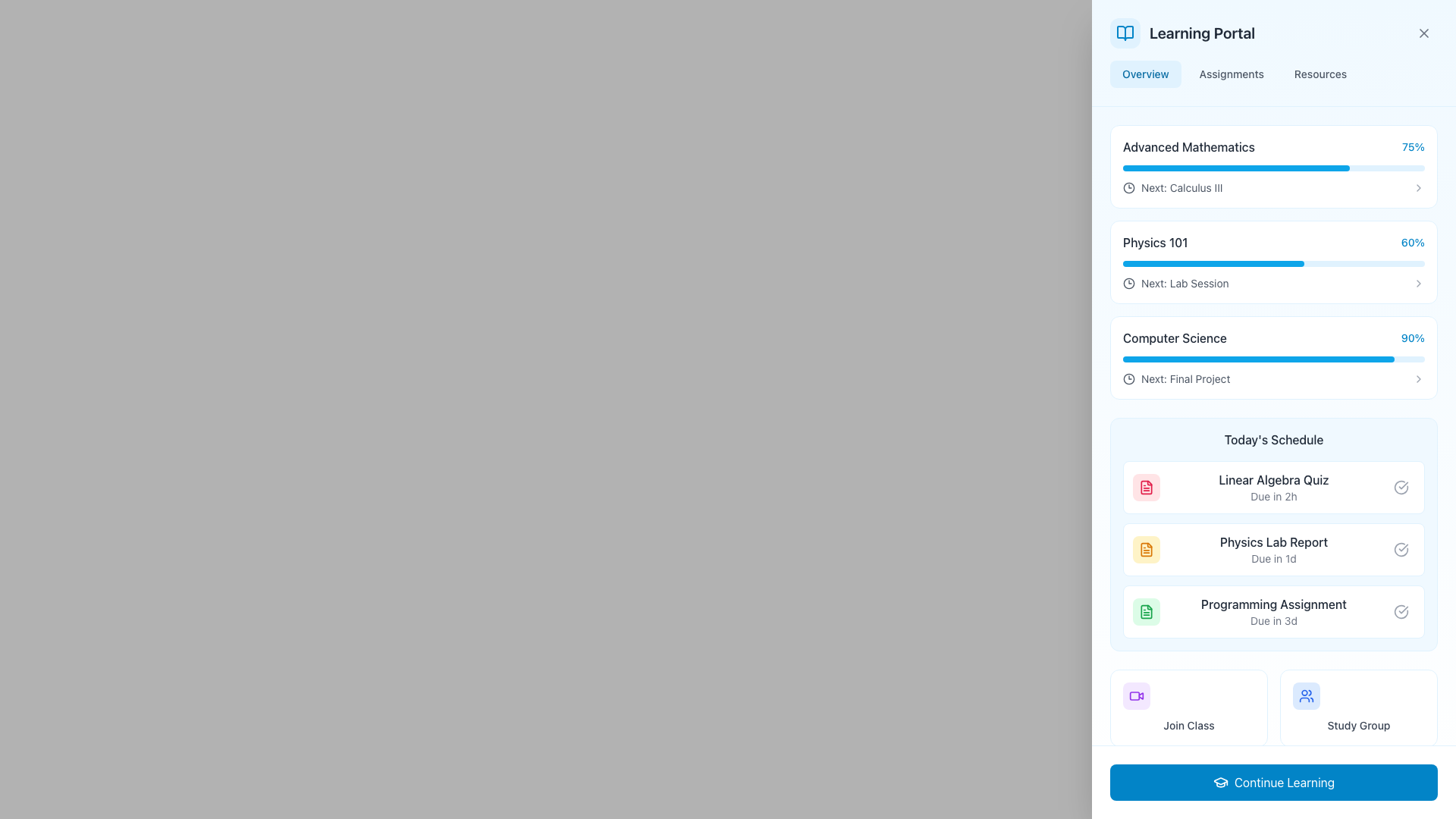 Image resolution: width=1456 pixels, height=819 pixels. What do you see at coordinates (1306, 785) in the screenshot?
I see `the central button located at the bottom of the Learning Portal panel` at bounding box center [1306, 785].